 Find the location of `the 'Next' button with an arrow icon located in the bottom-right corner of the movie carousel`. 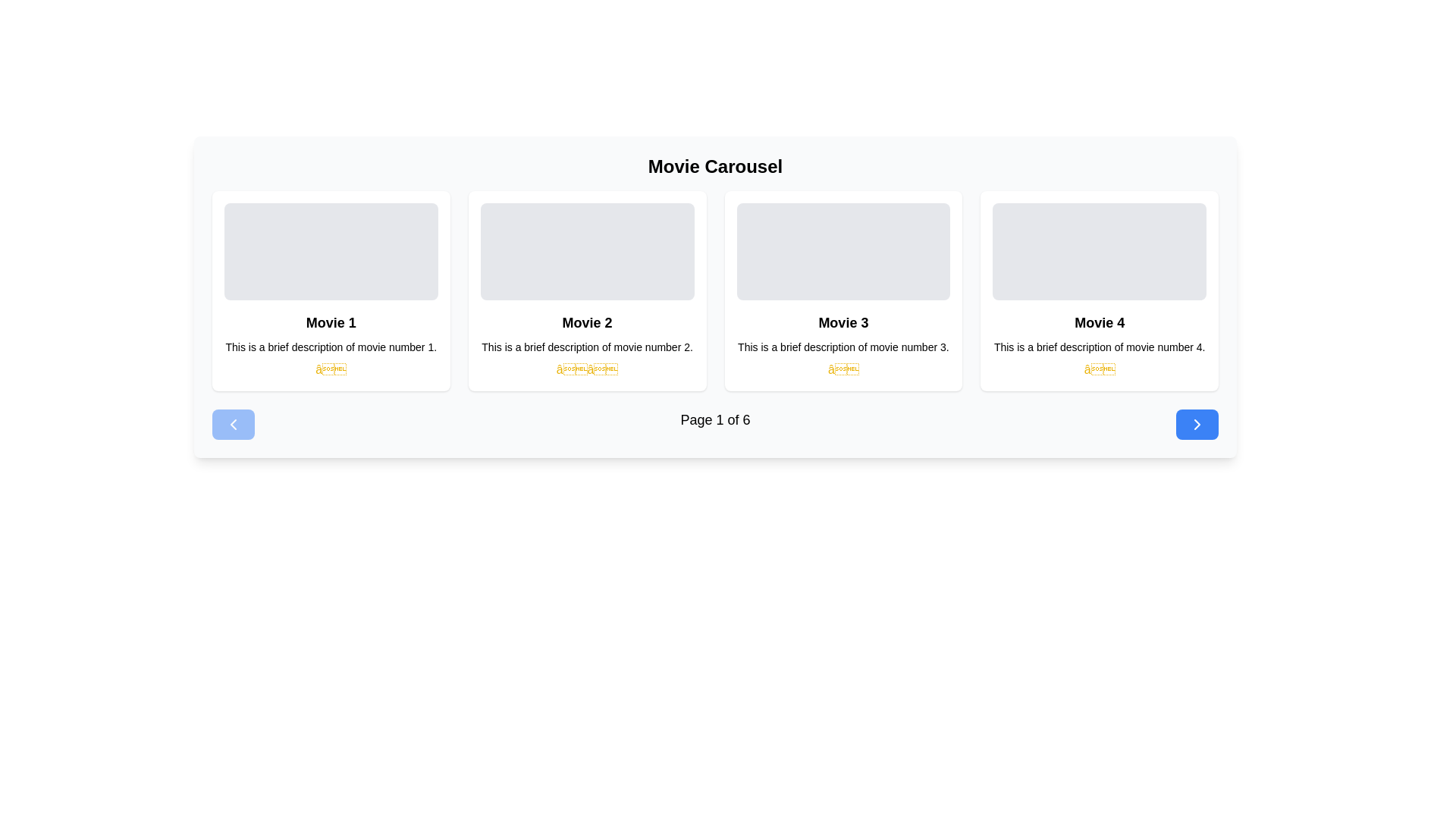

the 'Next' button with an arrow icon located in the bottom-right corner of the movie carousel is located at coordinates (1197, 424).